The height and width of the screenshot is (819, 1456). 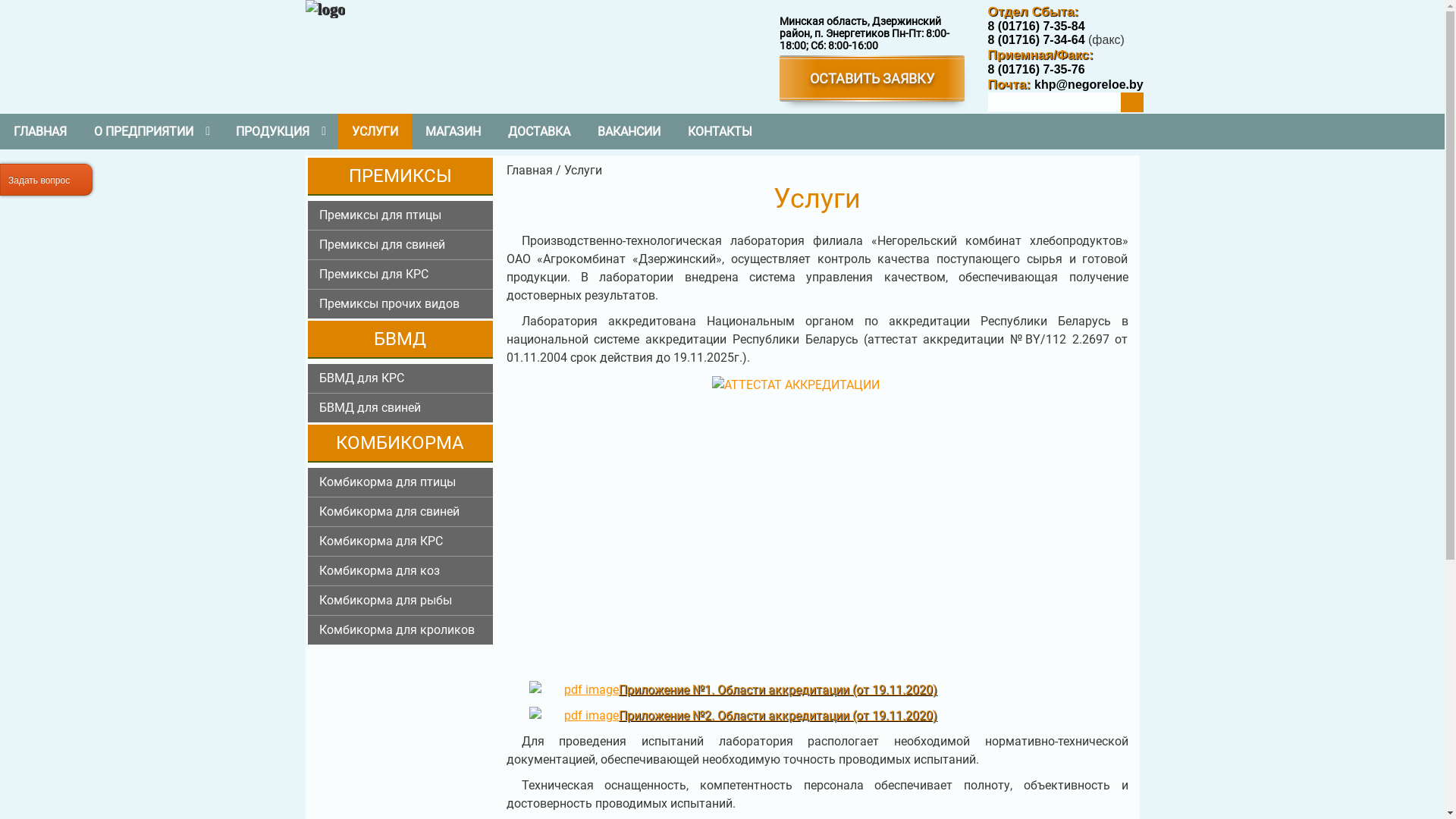 What do you see at coordinates (1035, 69) in the screenshot?
I see `'8 (01716) 7-35-76'` at bounding box center [1035, 69].